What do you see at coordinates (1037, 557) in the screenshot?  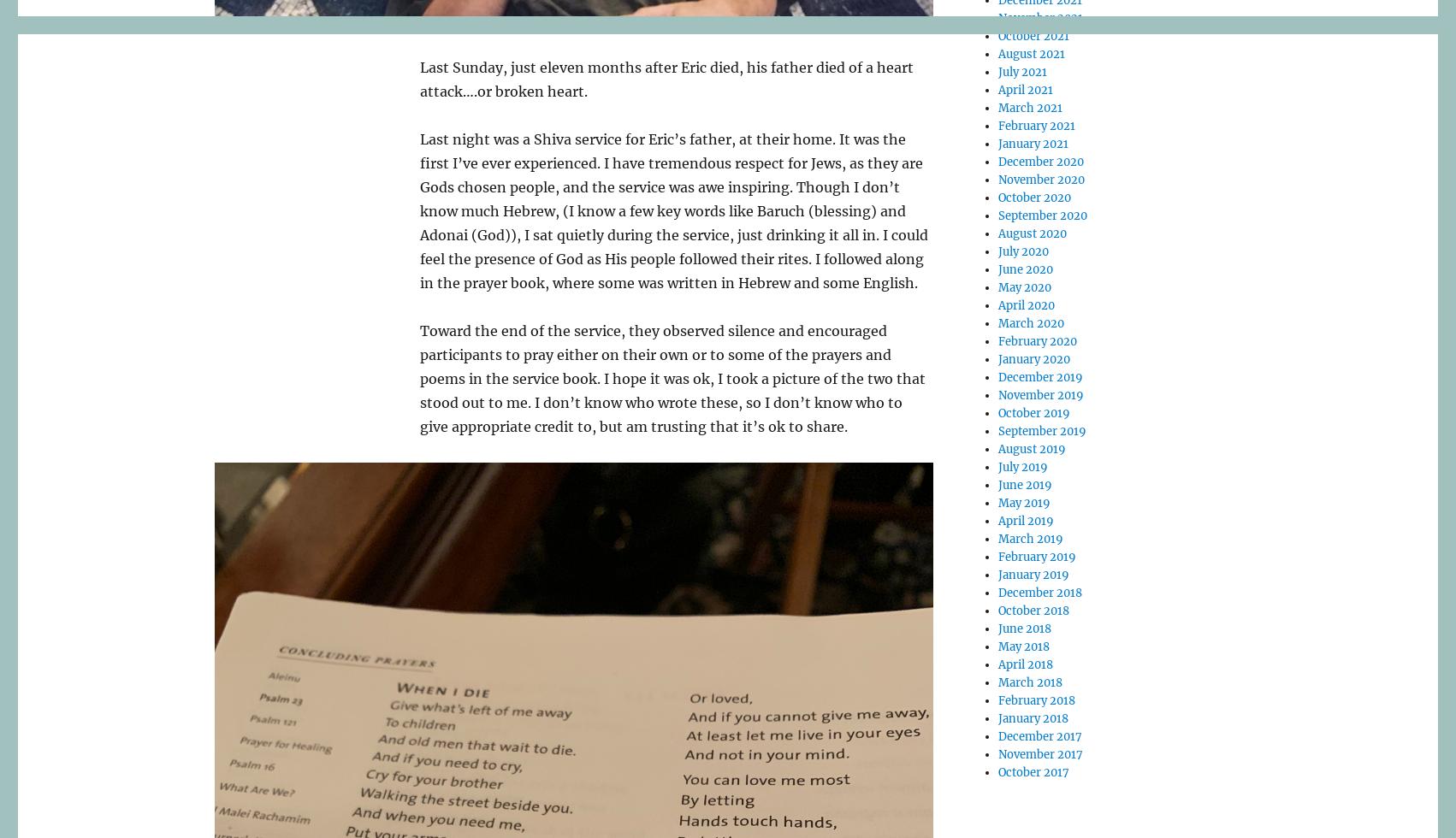 I see `'February 2019'` at bounding box center [1037, 557].